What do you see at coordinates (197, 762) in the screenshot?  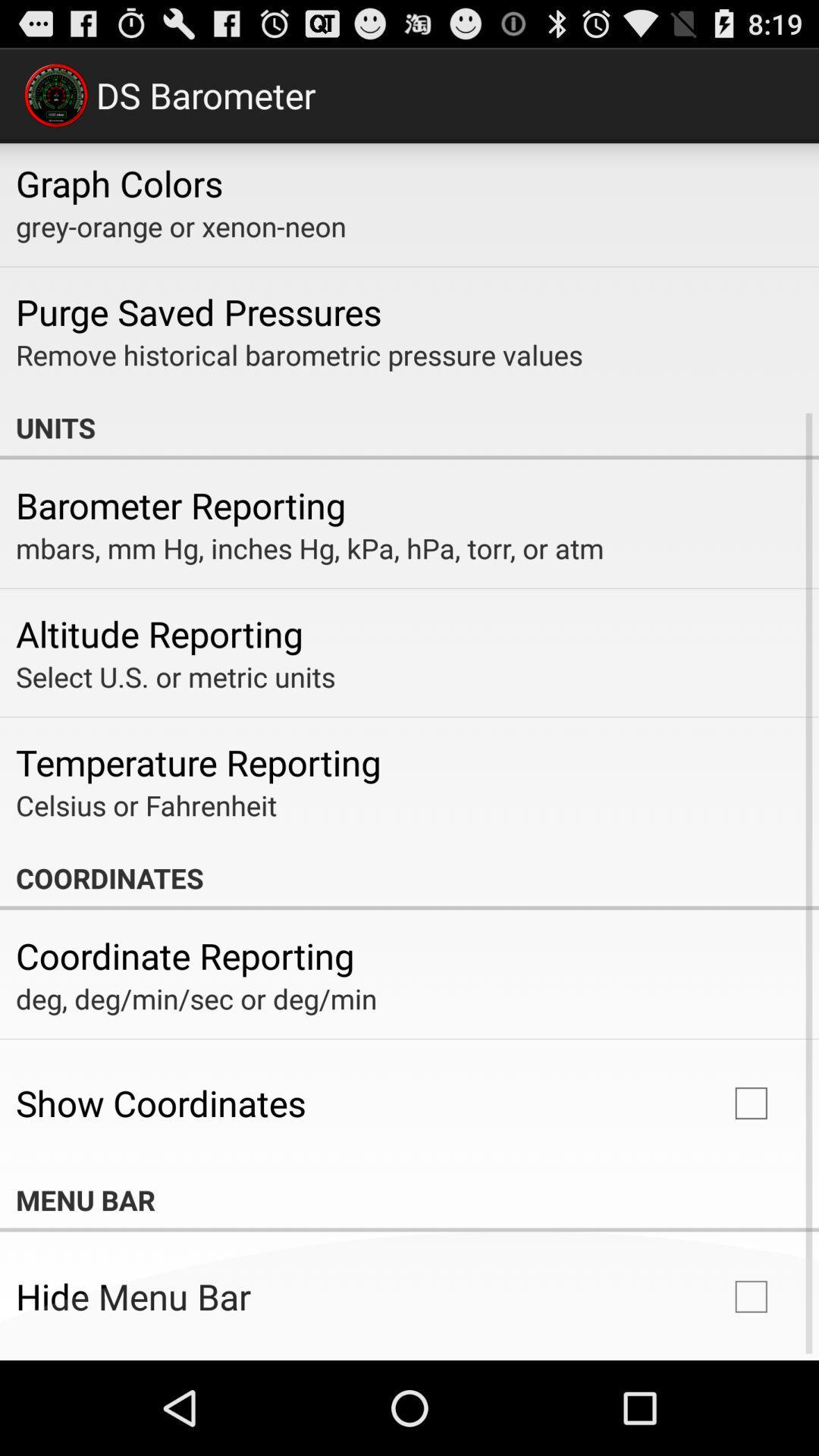 I see `the temperature reporting item` at bounding box center [197, 762].